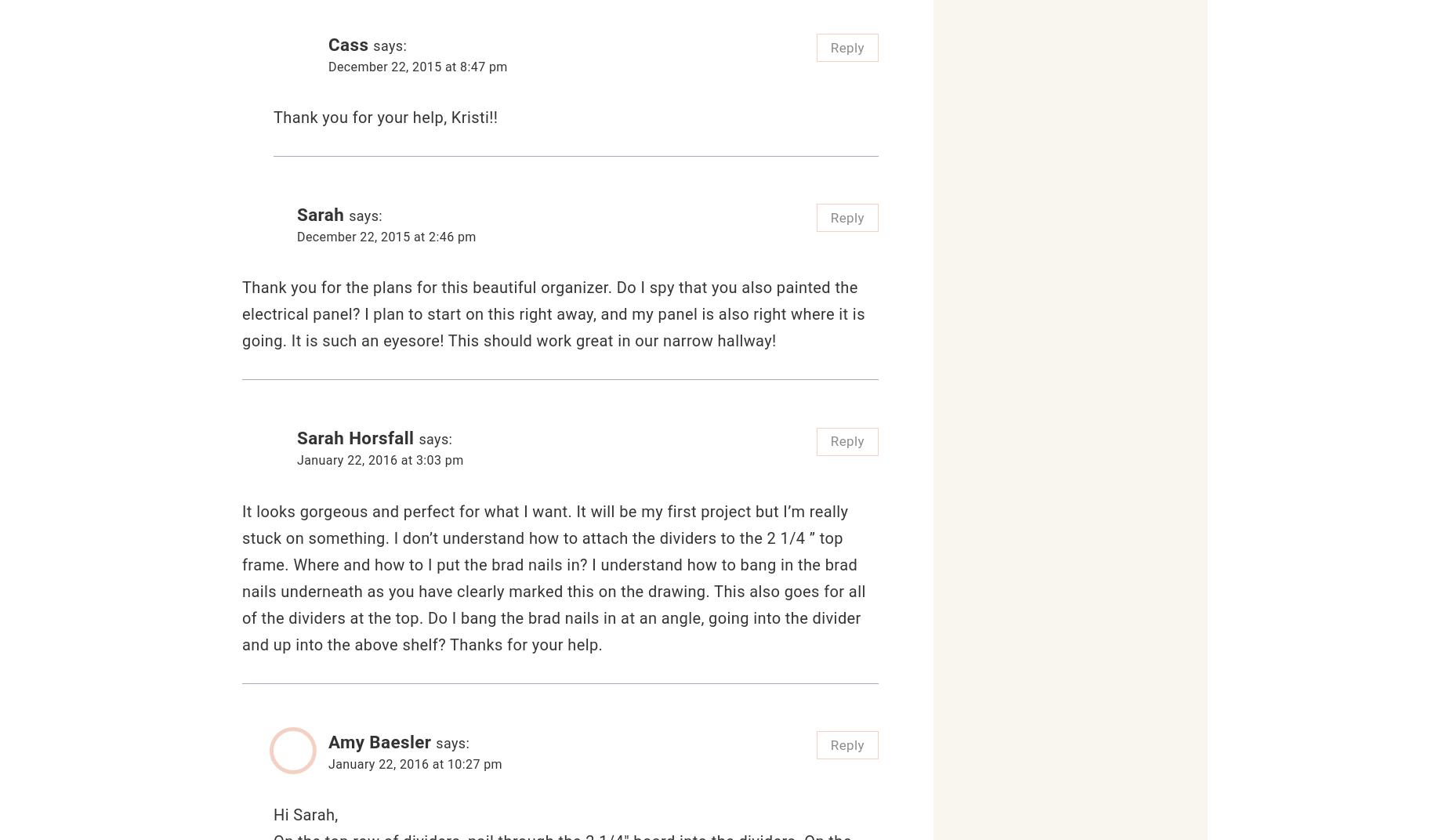  What do you see at coordinates (415, 762) in the screenshot?
I see `'January 22, 2016 at 10:27 pm'` at bounding box center [415, 762].